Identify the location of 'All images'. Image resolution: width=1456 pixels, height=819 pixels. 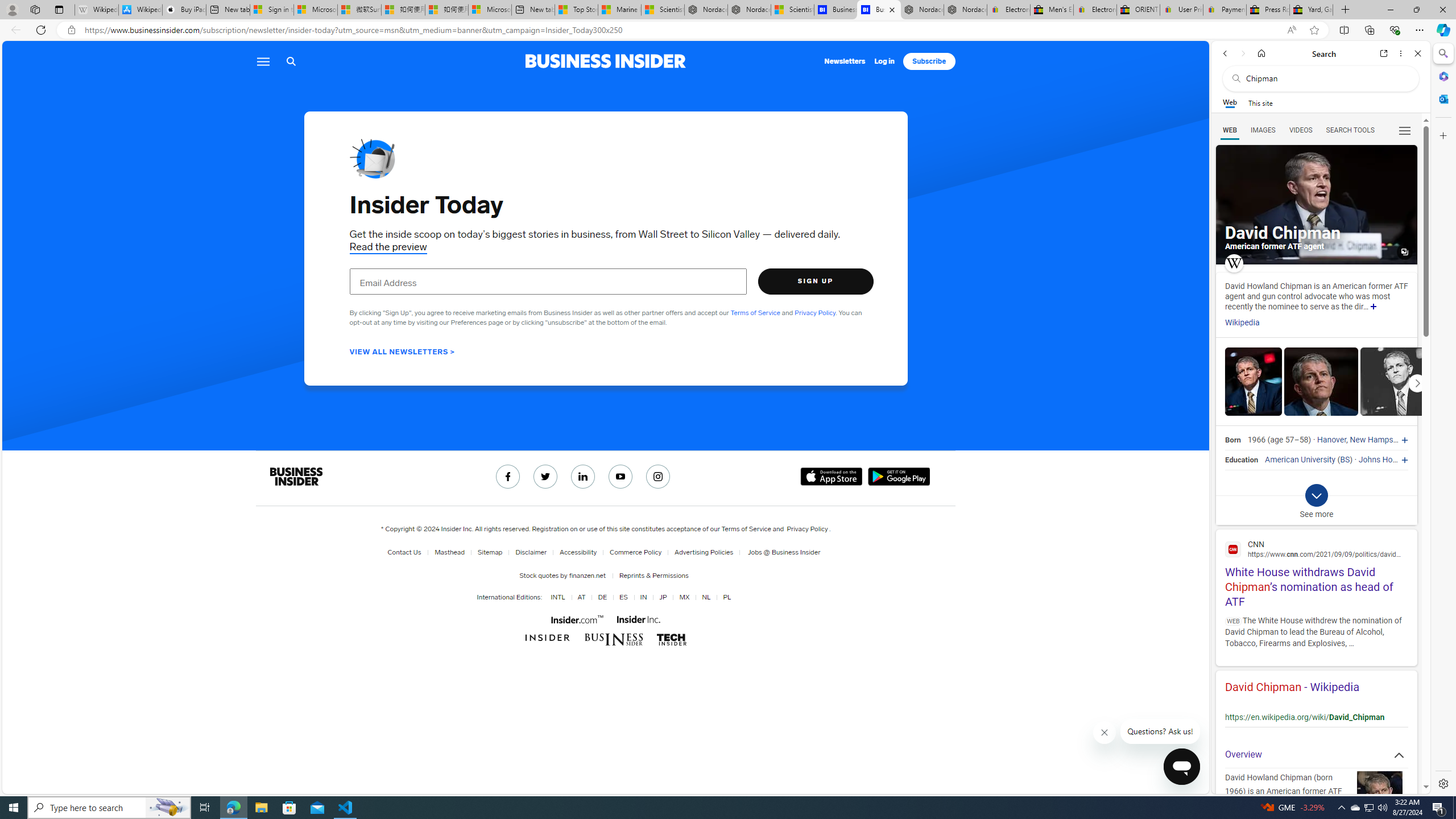
(1316, 205).